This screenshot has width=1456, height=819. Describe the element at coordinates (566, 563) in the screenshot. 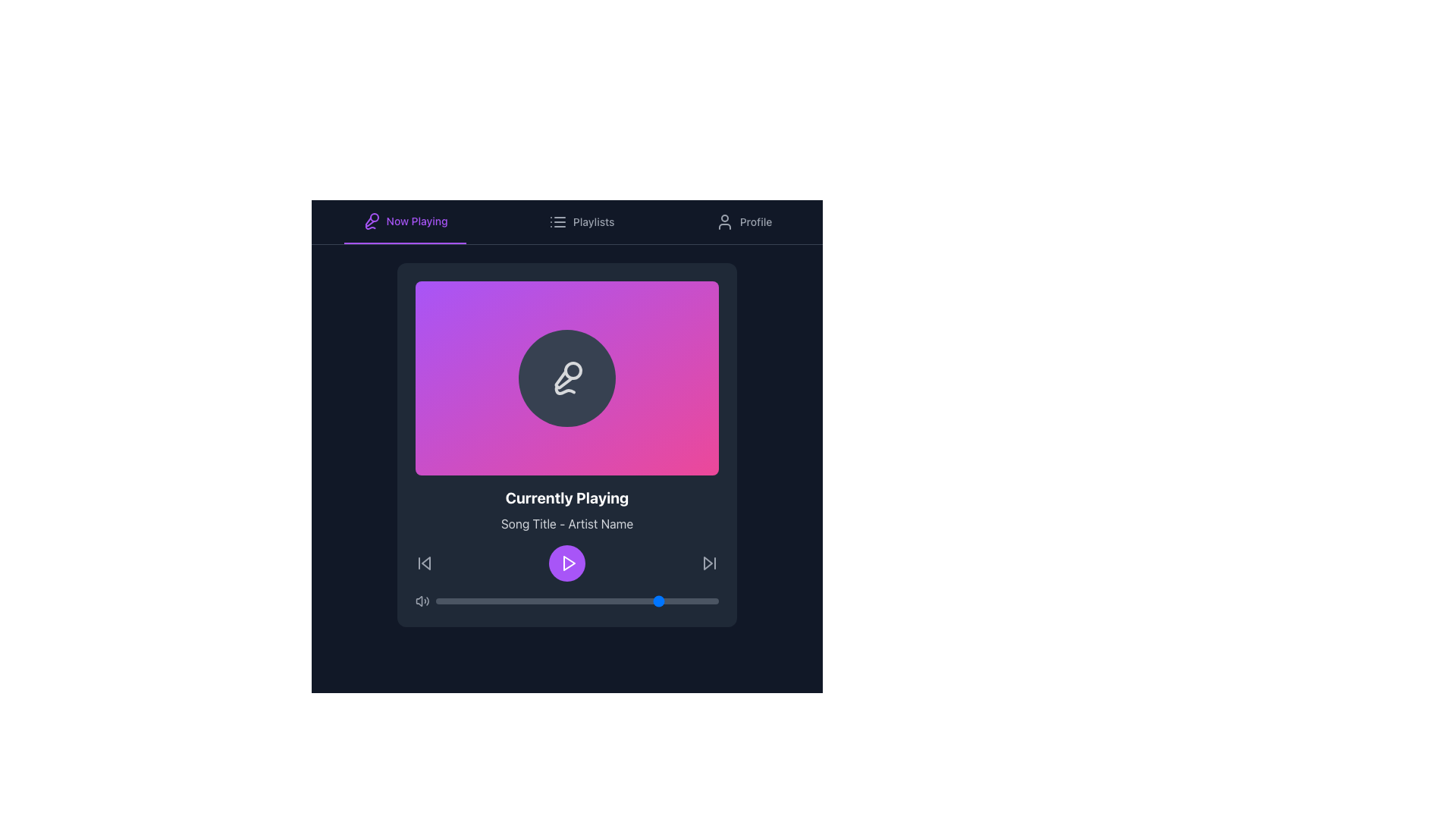

I see `the play button located at the center of the bottom section of the 'Currently Playing' card to initiate media playback` at that location.